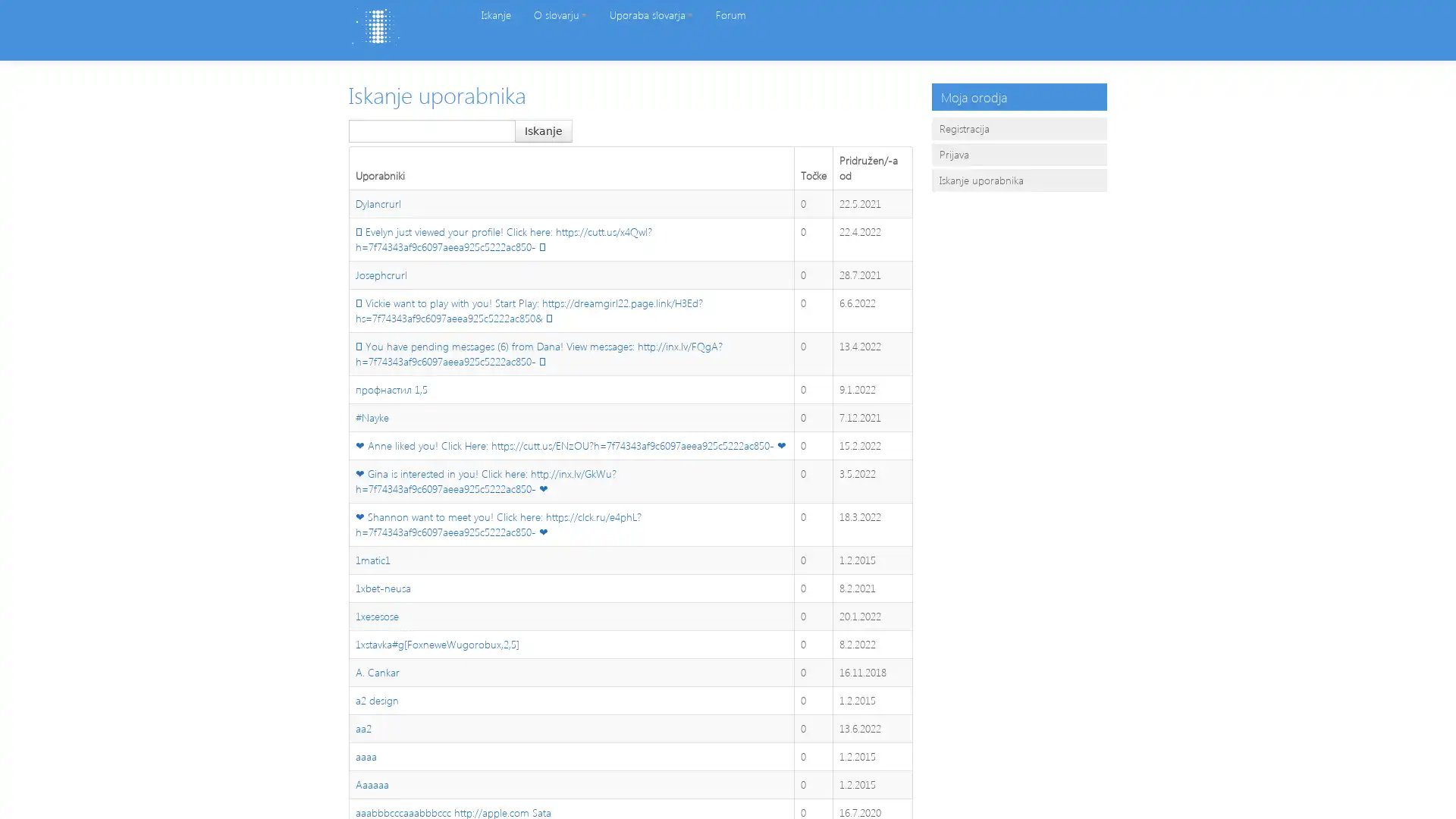 The image size is (1456, 819). What do you see at coordinates (543, 130) in the screenshot?
I see `Iskanje` at bounding box center [543, 130].